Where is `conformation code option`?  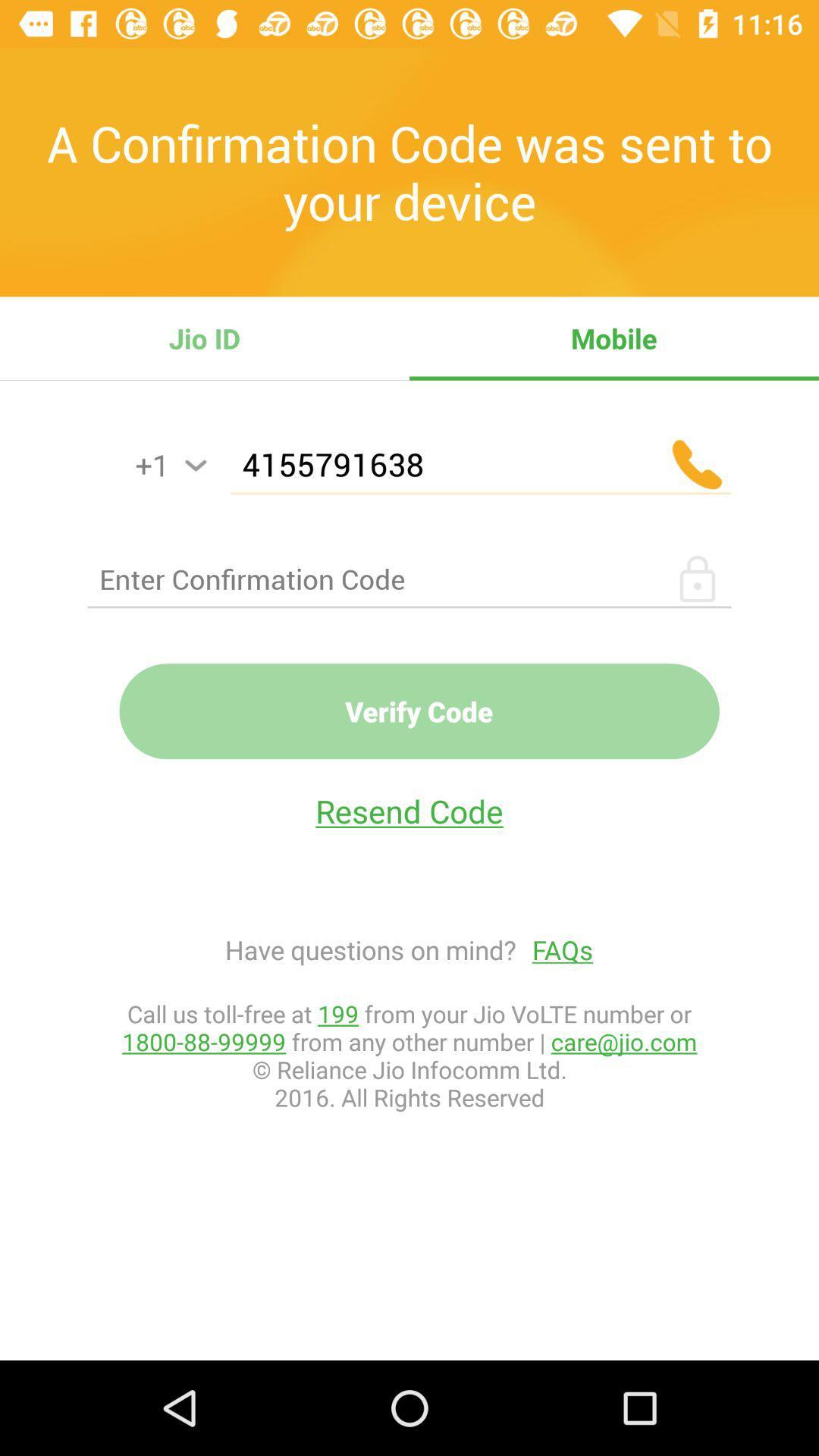
conformation code option is located at coordinates (409, 578).